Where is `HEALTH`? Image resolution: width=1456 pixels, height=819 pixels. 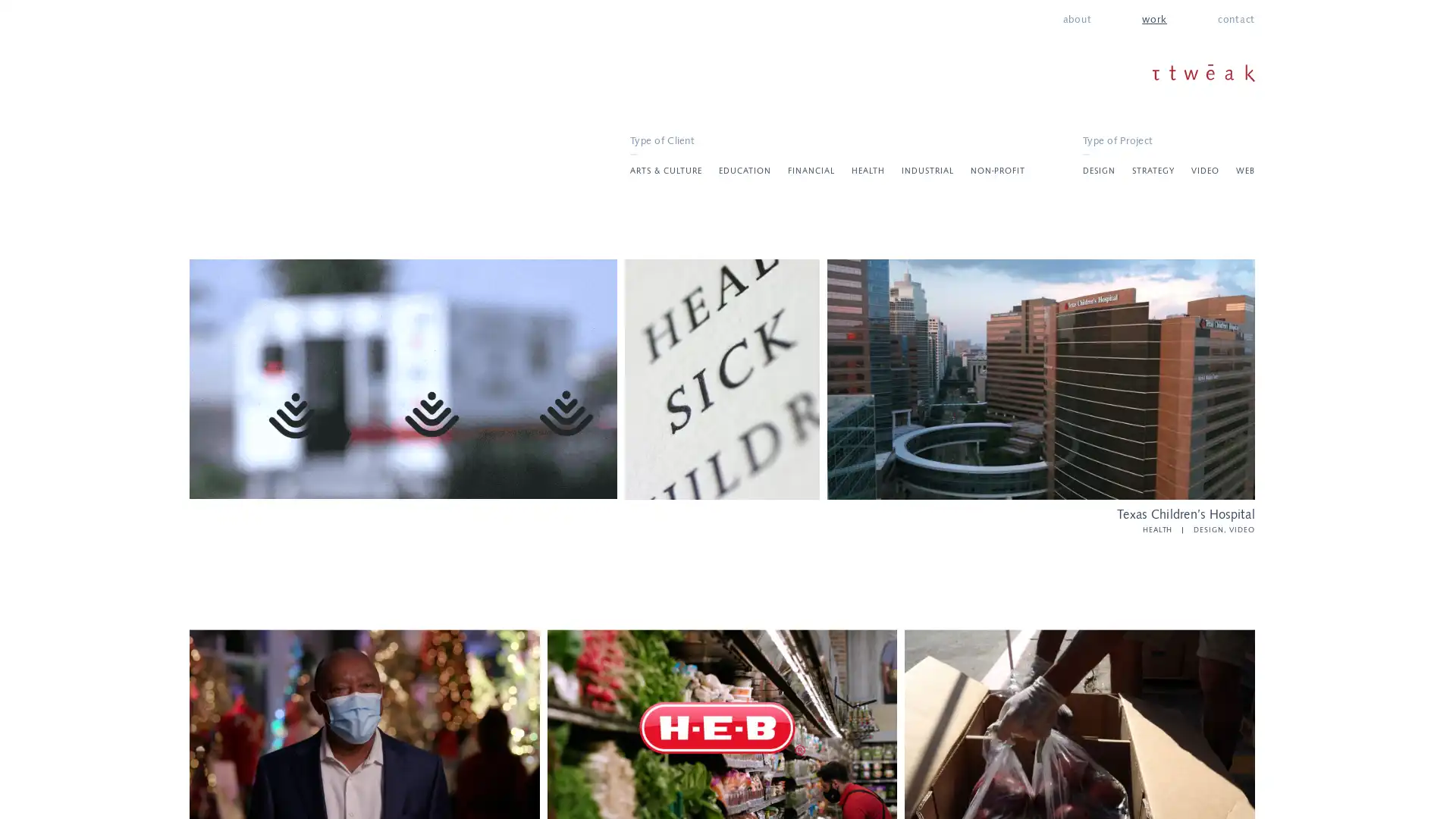 HEALTH is located at coordinates (868, 171).